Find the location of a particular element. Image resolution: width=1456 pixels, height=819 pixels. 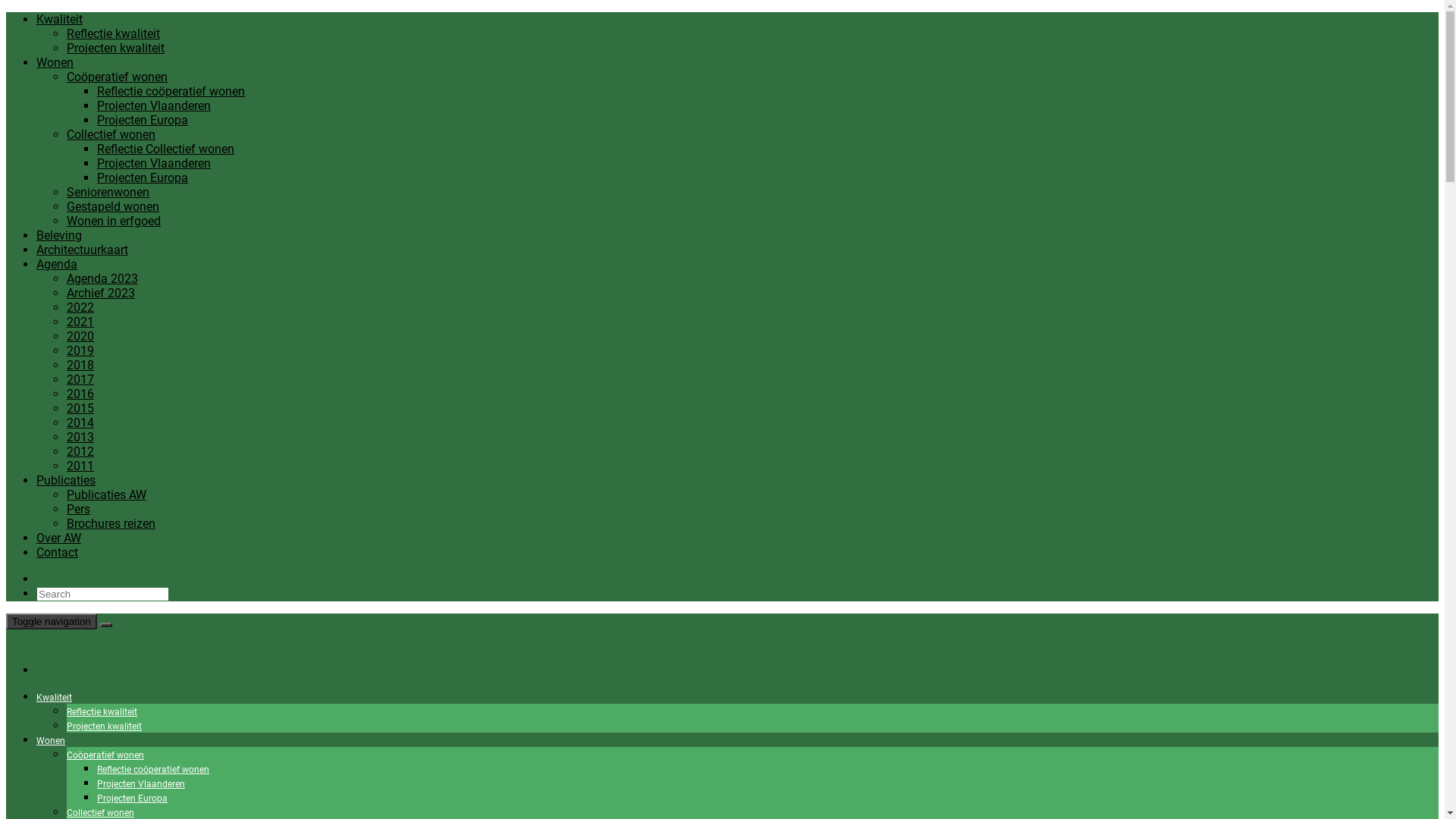

'Agenda 2023' is located at coordinates (65, 278).